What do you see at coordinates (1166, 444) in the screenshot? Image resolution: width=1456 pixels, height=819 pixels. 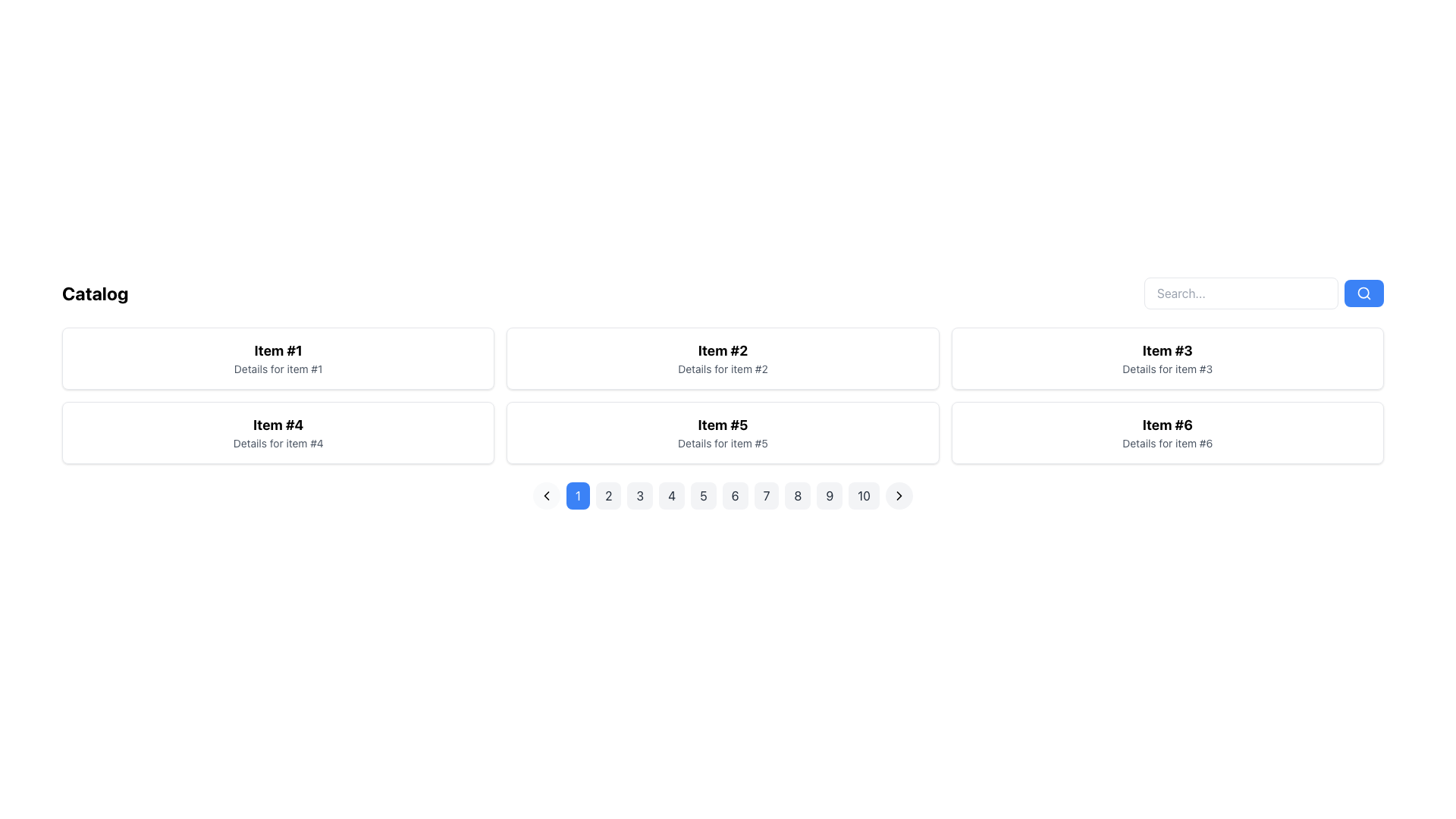 I see `the static text label reading 'Details for item #6', which is positioned below the bold heading 'Item #6' in the second row, third column of the catalog grid` at bounding box center [1166, 444].